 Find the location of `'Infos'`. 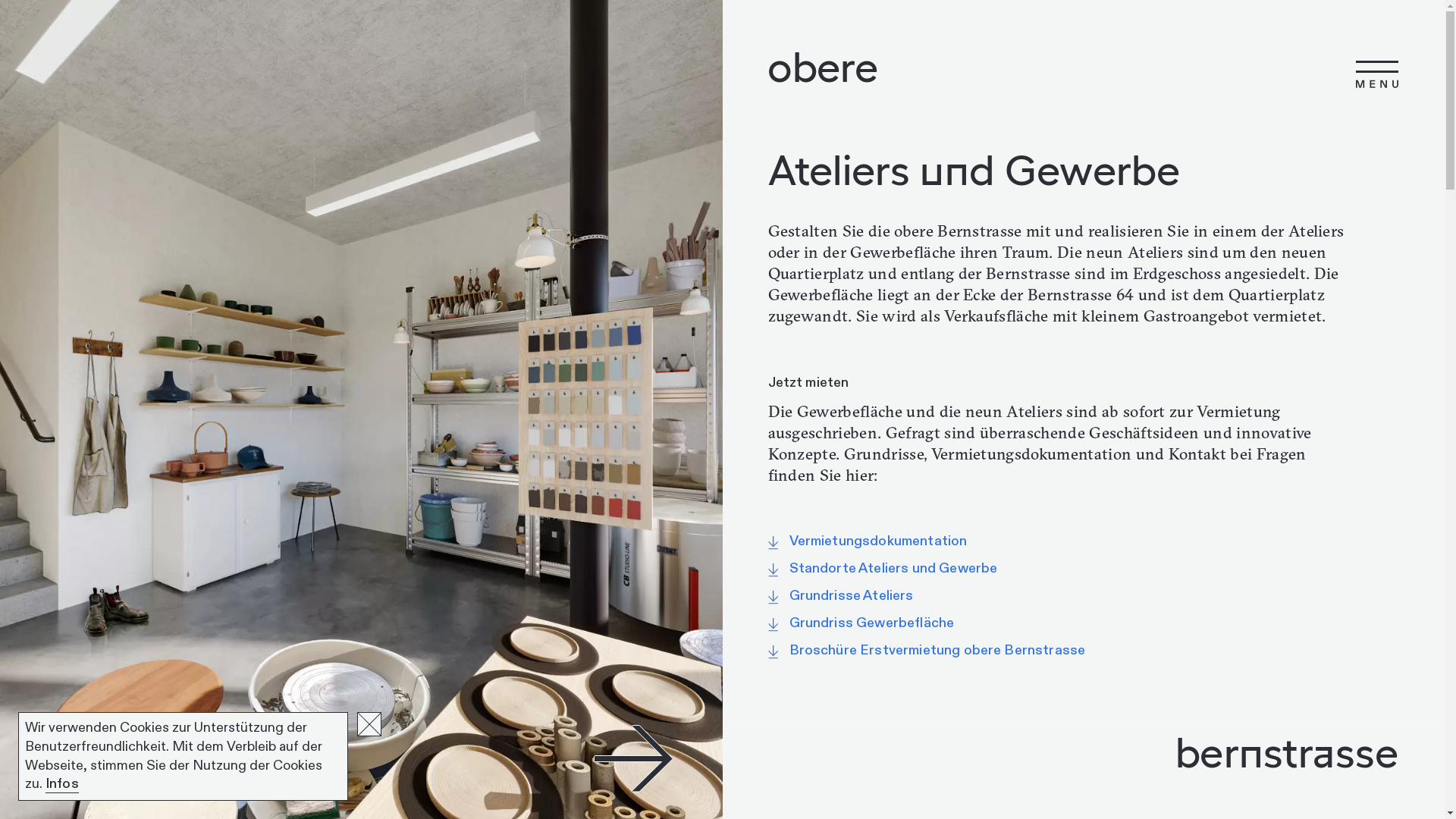

'Infos' is located at coordinates (61, 783).